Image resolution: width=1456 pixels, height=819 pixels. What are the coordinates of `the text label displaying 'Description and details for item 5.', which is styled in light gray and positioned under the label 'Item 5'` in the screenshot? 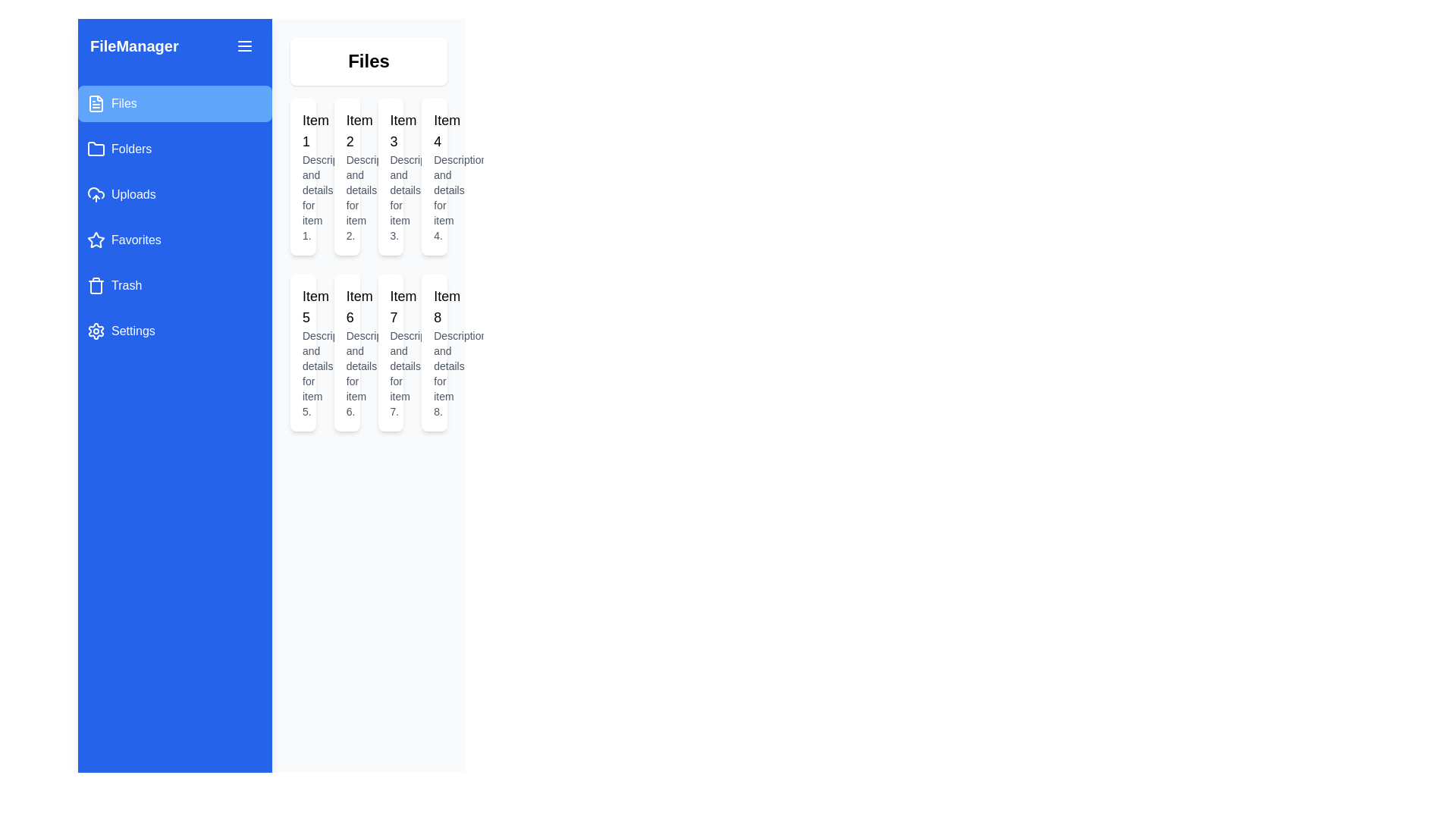 It's located at (303, 374).